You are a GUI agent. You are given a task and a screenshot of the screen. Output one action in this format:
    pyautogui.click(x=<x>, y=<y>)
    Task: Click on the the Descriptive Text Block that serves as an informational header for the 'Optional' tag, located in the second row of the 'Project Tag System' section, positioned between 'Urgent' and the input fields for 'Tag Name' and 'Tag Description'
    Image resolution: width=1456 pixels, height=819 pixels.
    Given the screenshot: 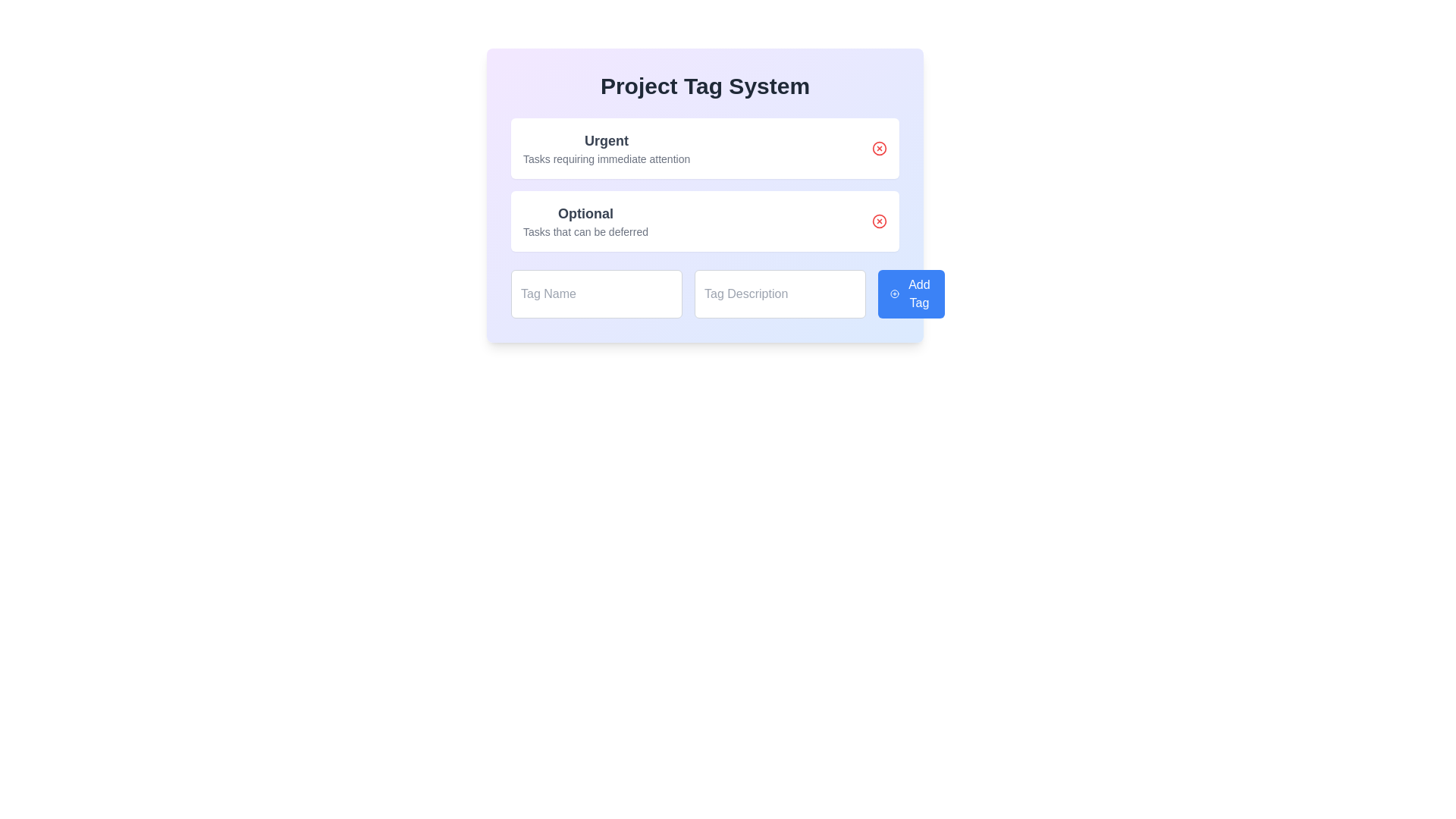 What is the action you would take?
    pyautogui.click(x=585, y=221)
    